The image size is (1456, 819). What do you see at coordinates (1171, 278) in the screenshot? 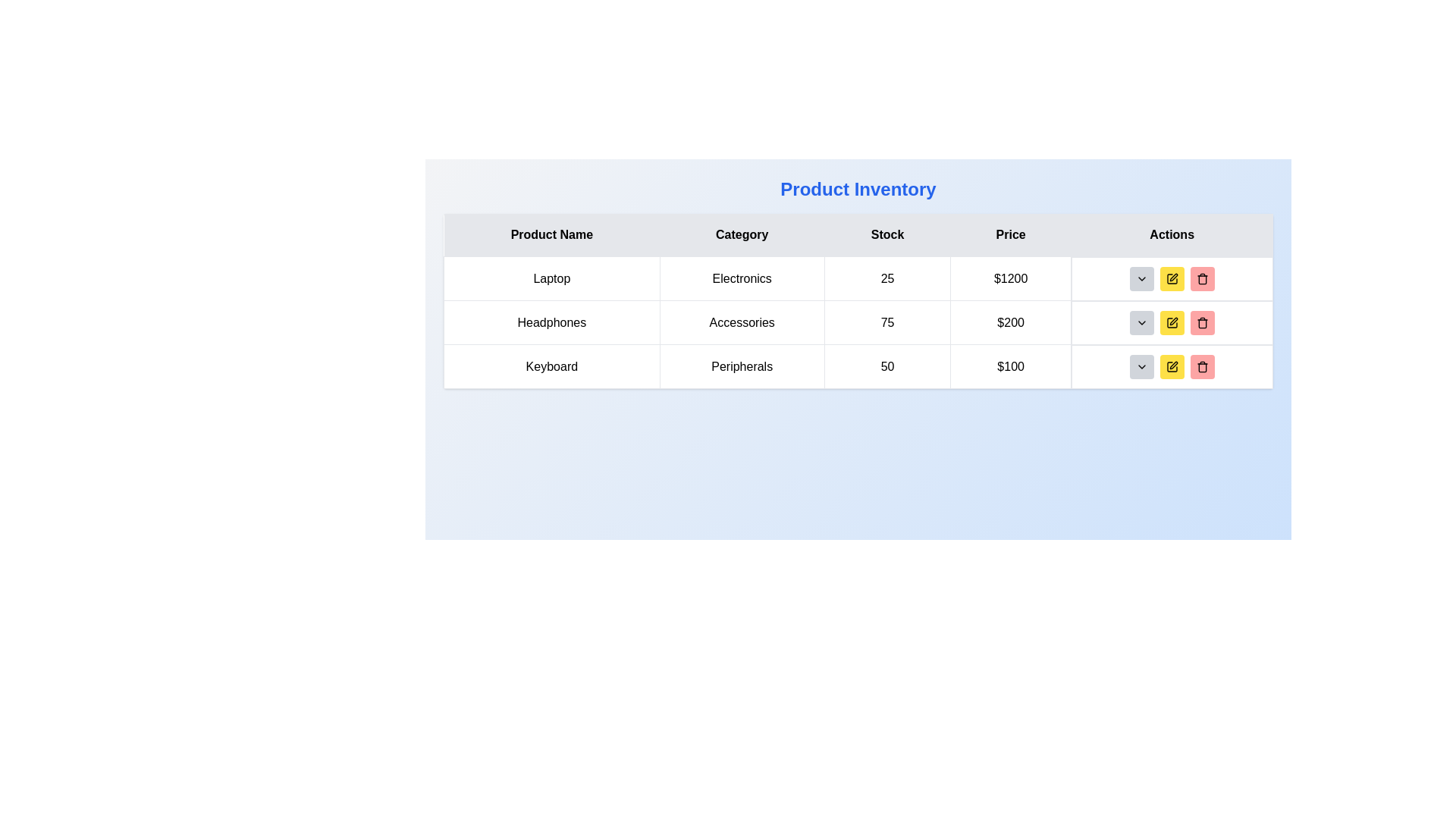
I see `the yellow button with a pencil icon located in the 'Actions' column for the product 'Laptop'` at bounding box center [1171, 278].